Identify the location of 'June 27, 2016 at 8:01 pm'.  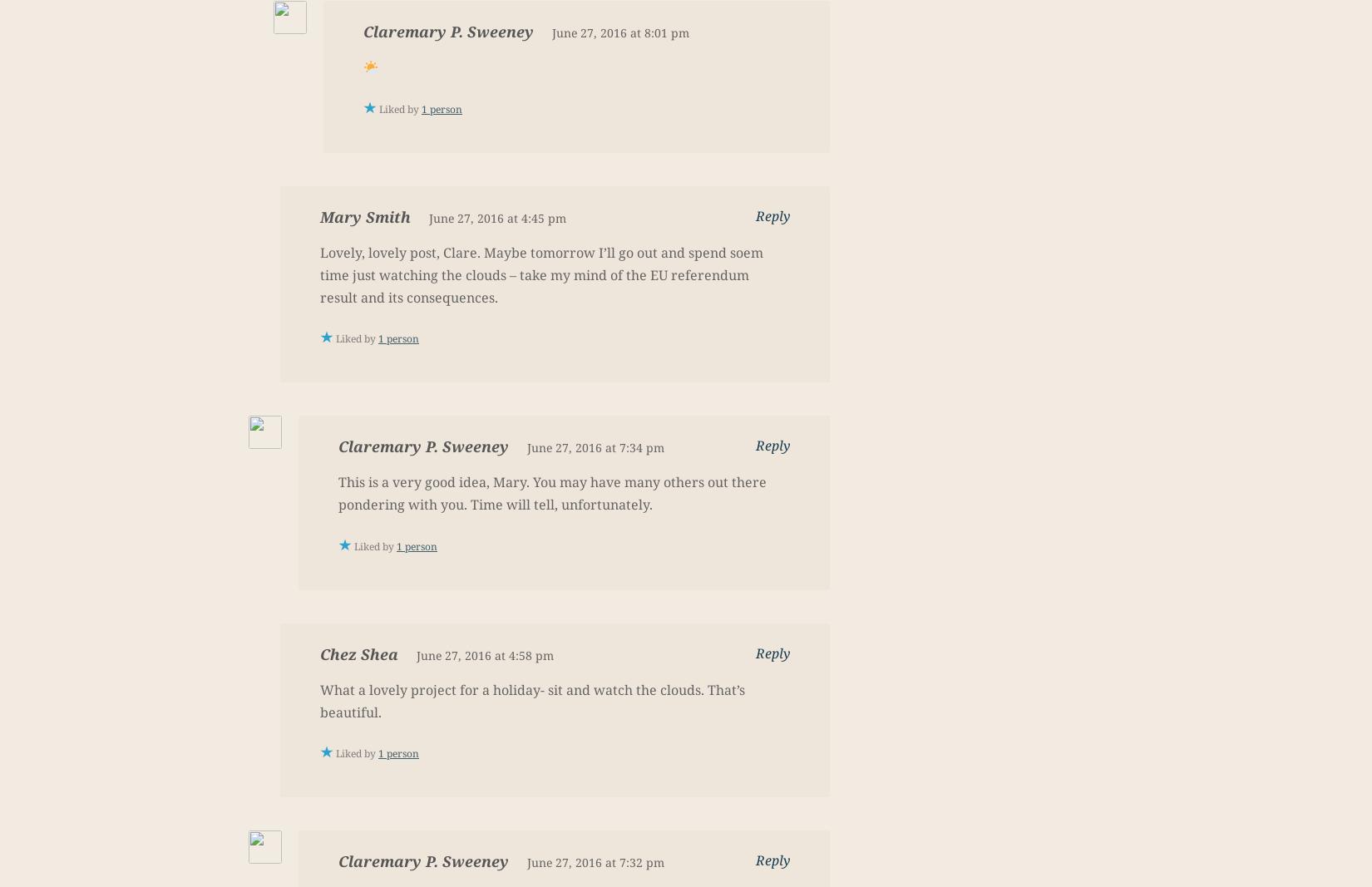
(550, 32).